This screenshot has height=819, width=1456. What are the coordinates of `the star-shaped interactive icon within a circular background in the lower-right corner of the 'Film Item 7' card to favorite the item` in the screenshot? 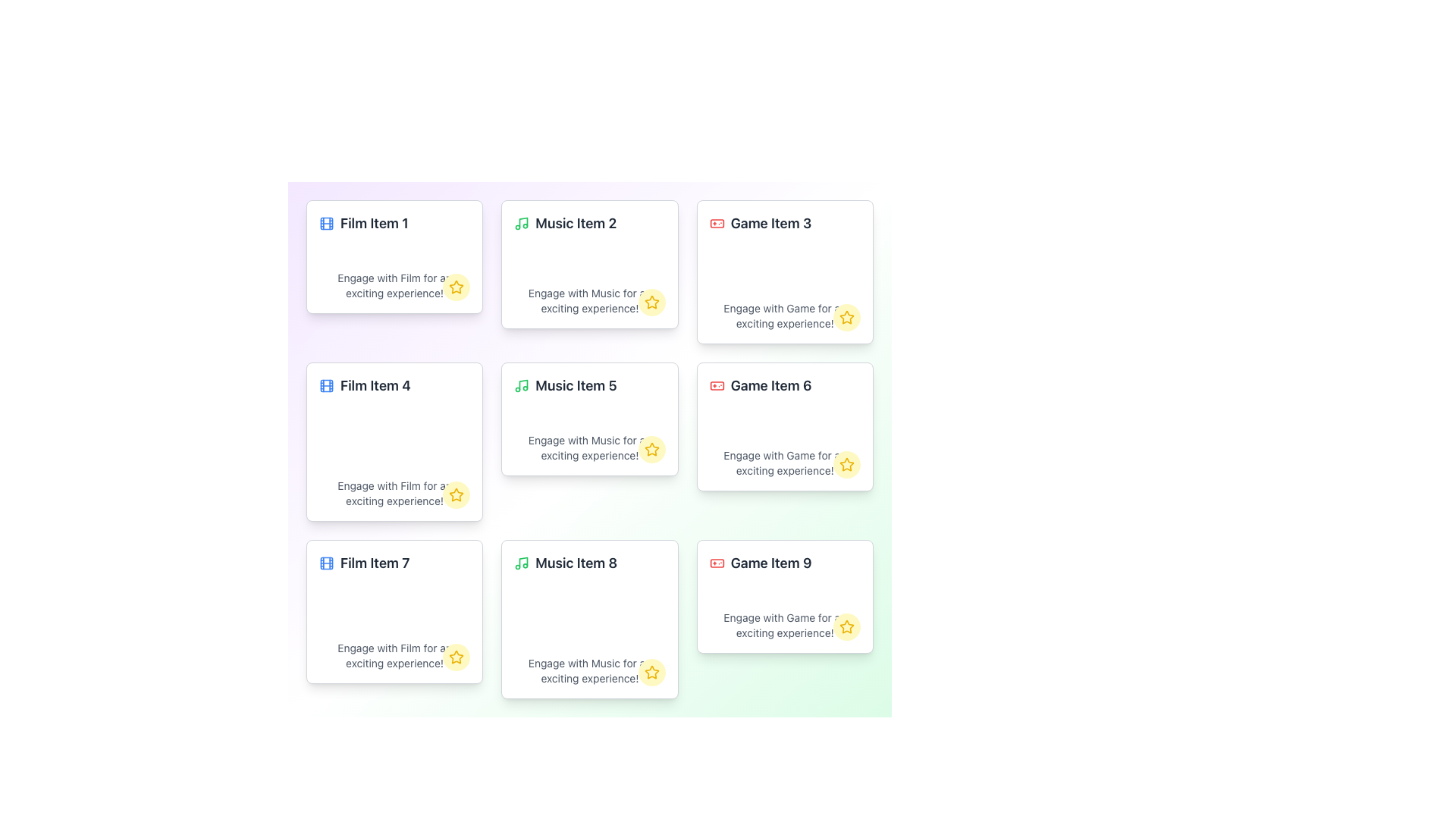 It's located at (455, 657).